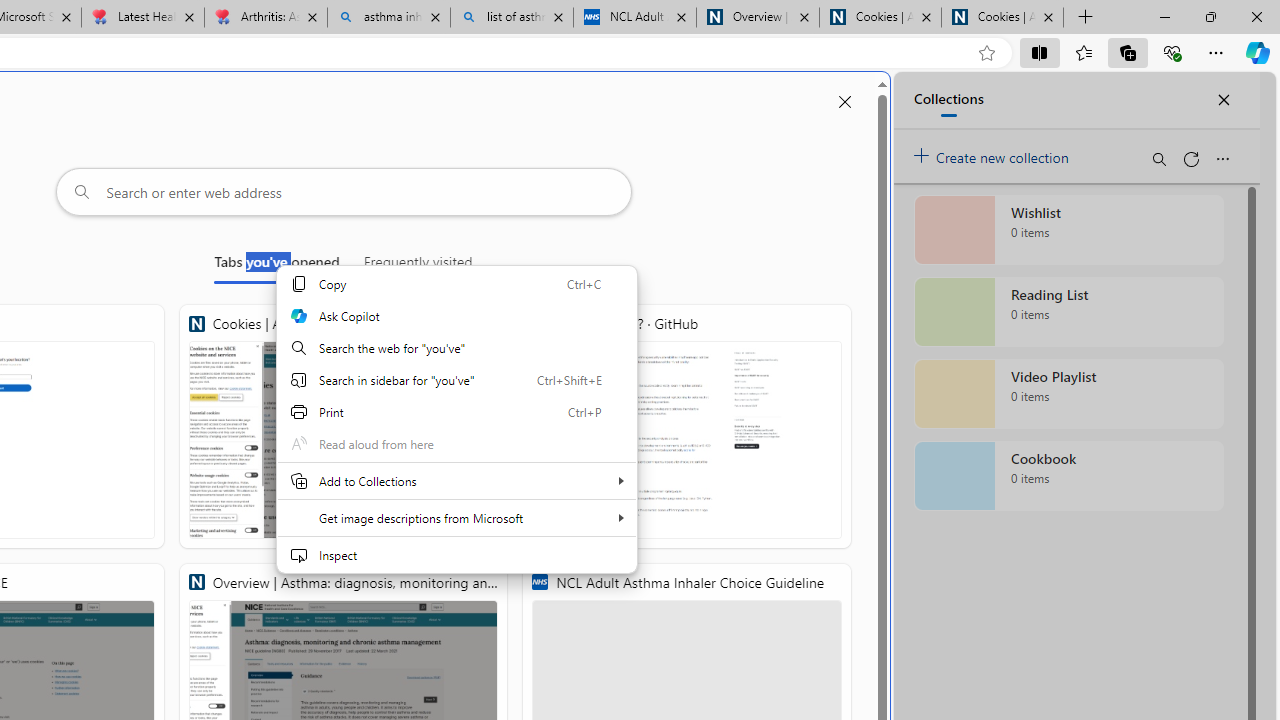  I want to click on 'Close split screen', so click(844, 102).